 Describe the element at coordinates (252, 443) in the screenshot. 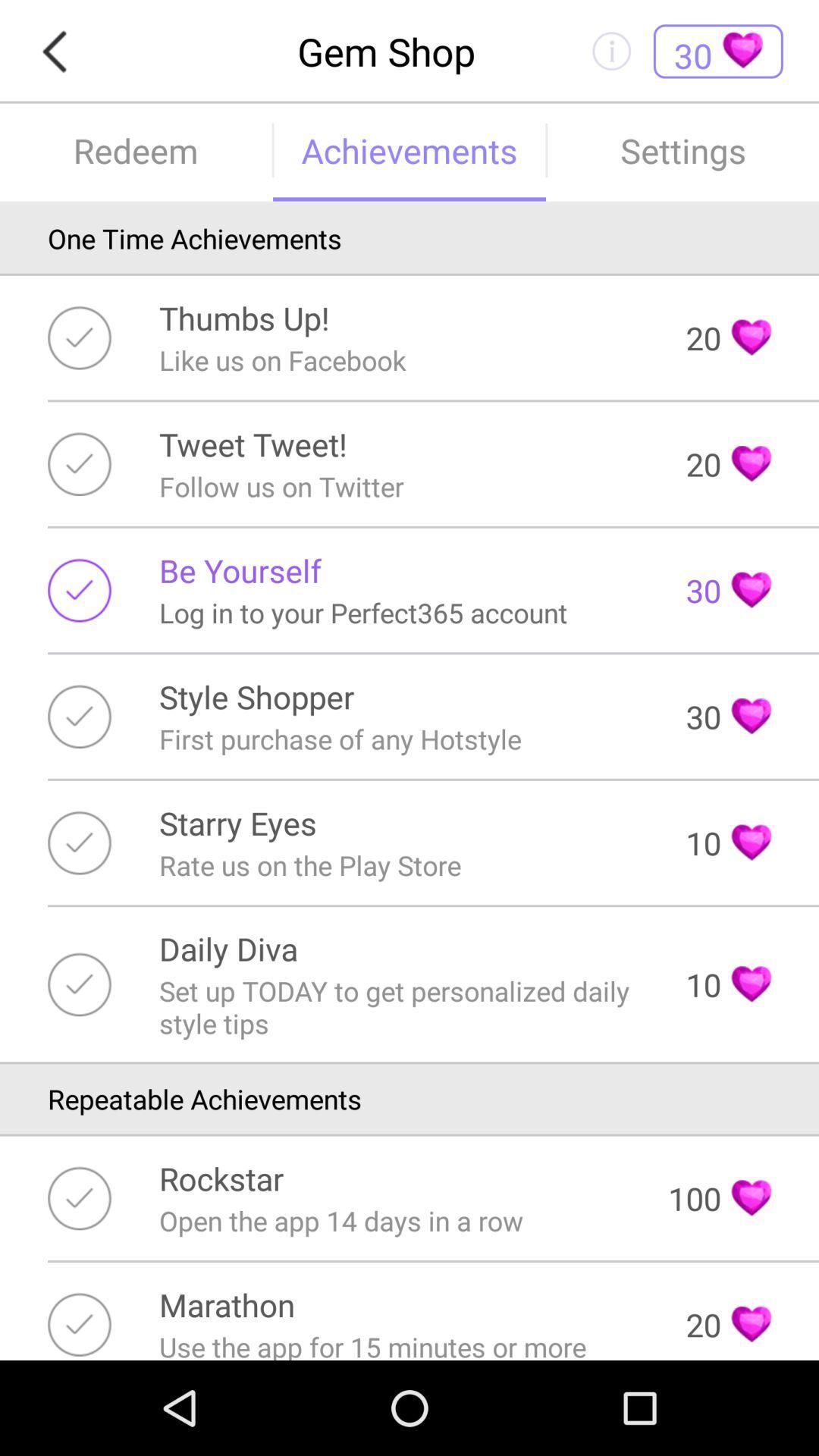

I see `the icon to the left of 20 icon` at that location.